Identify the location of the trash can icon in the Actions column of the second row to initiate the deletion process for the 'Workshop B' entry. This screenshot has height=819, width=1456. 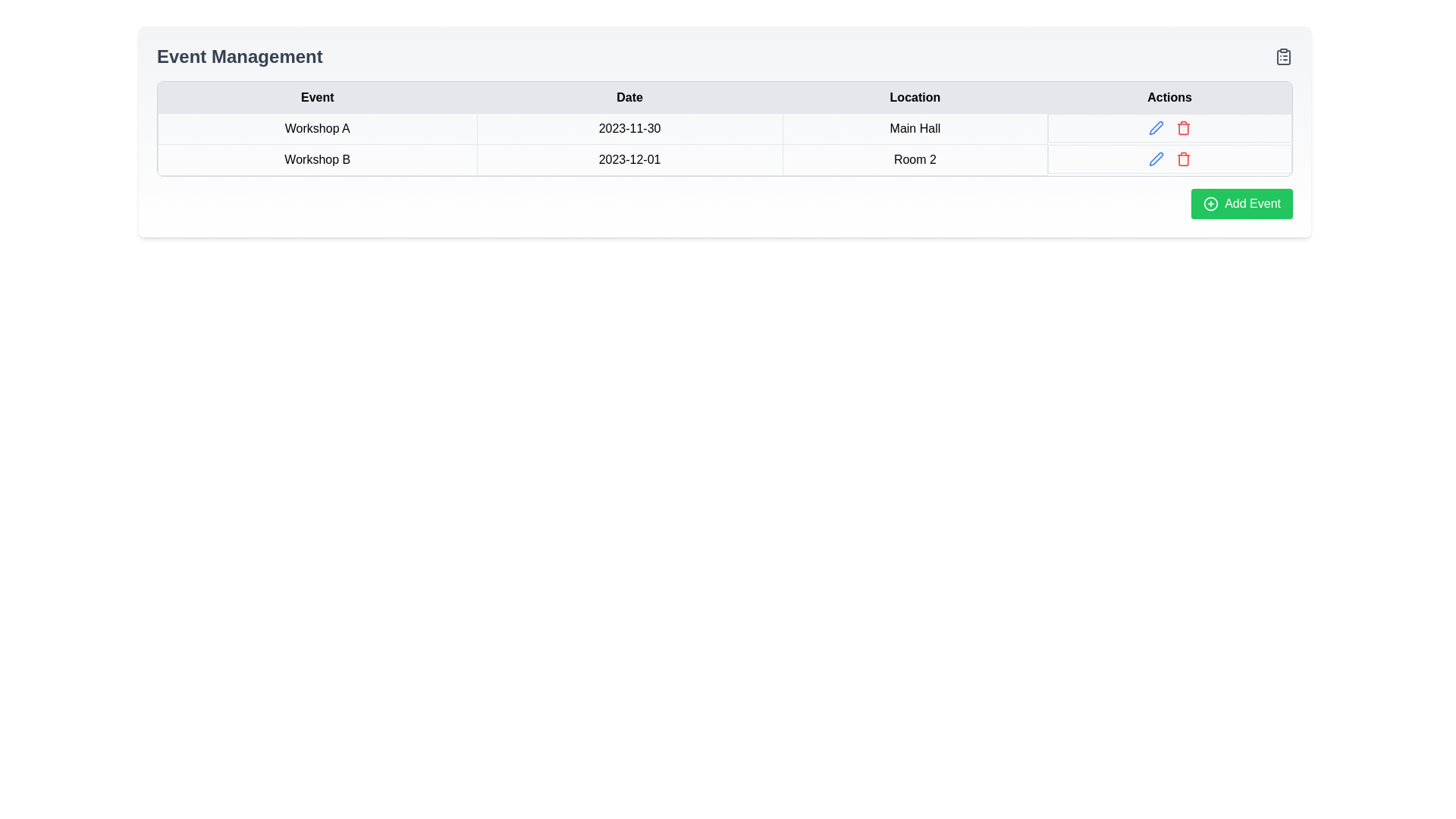
(1182, 158).